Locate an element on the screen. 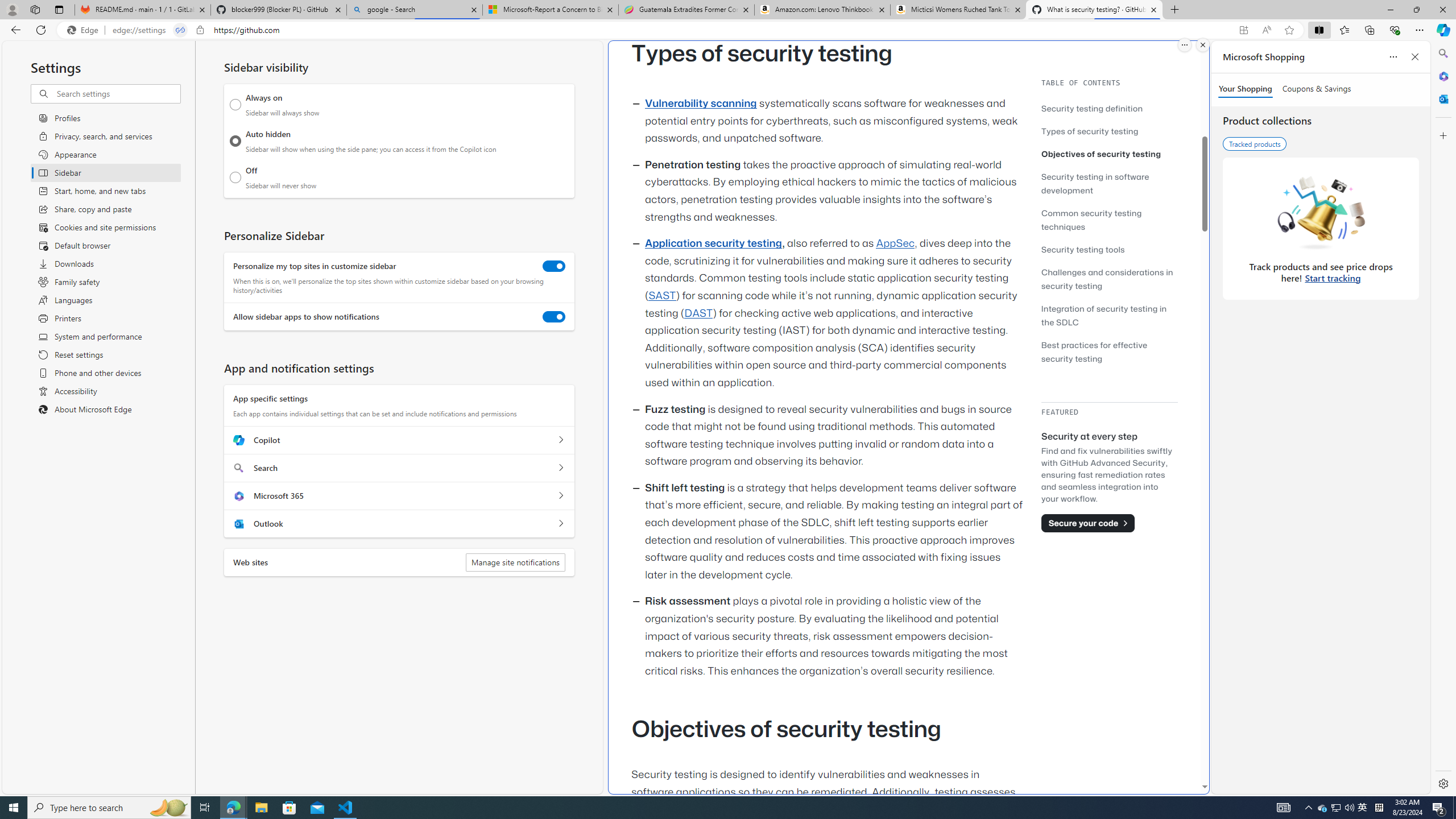  'Security testing tools' is located at coordinates (1108, 249).